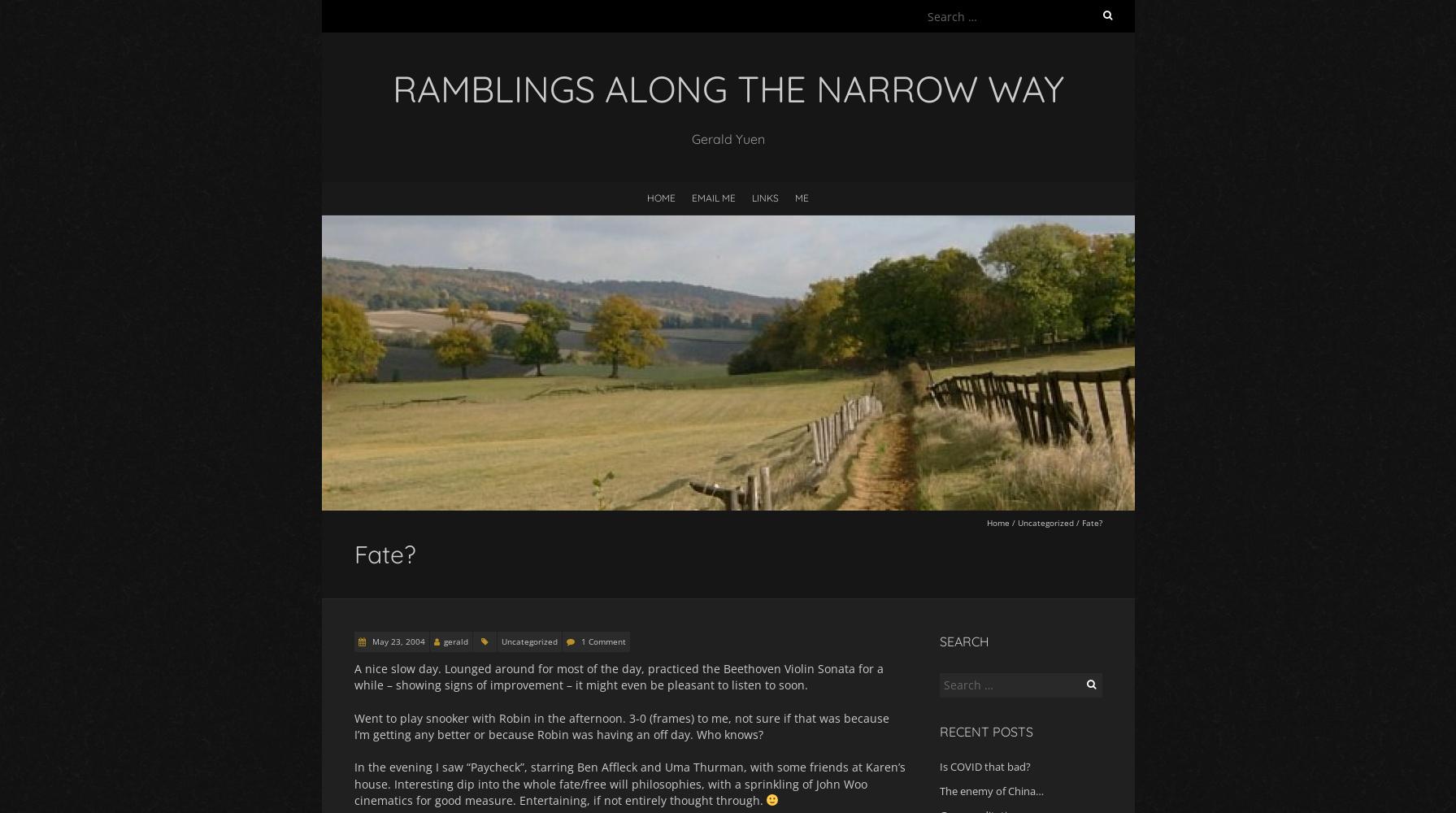  Describe the element at coordinates (727, 138) in the screenshot. I see `'Gerald Yuen'` at that location.